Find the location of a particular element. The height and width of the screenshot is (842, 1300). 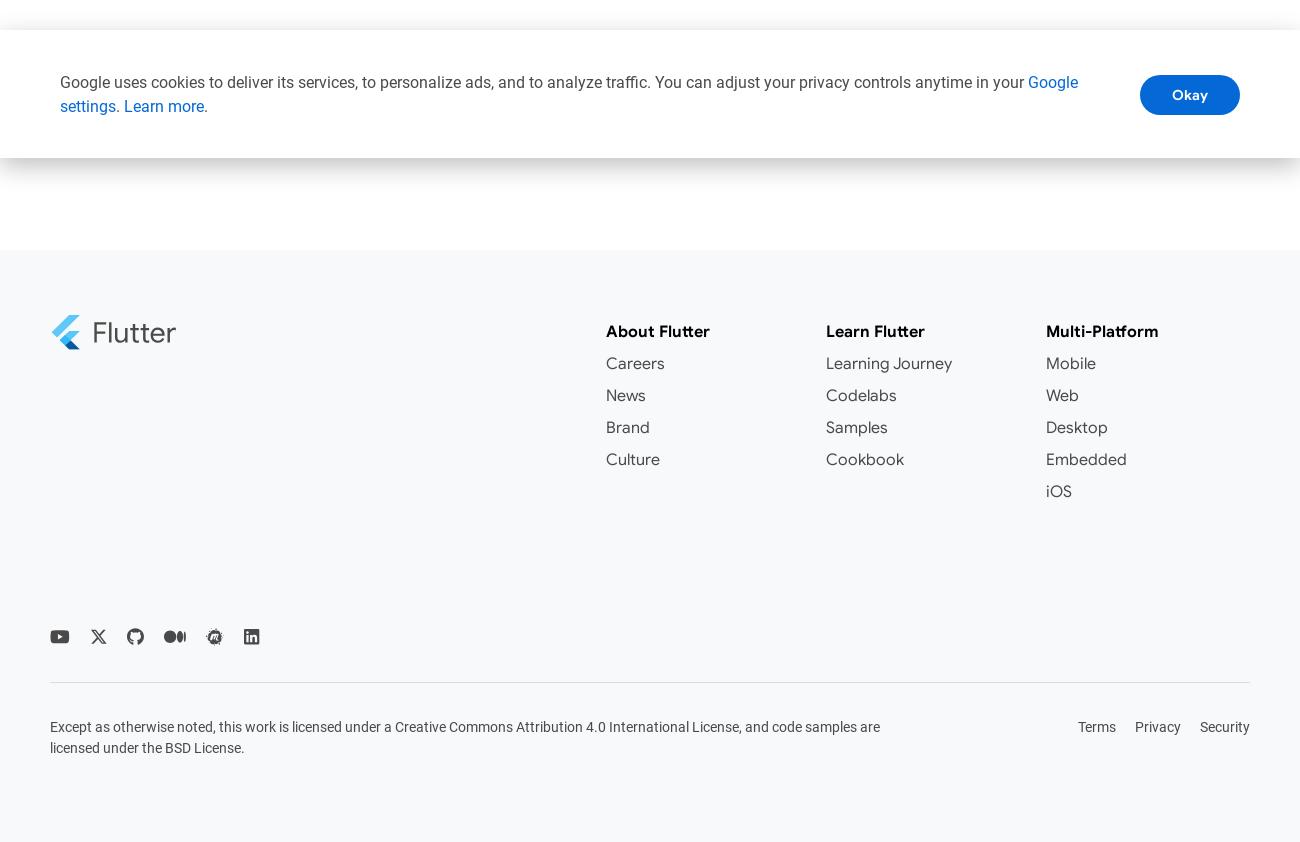

'Cookbook' is located at coordinates (865, 457).